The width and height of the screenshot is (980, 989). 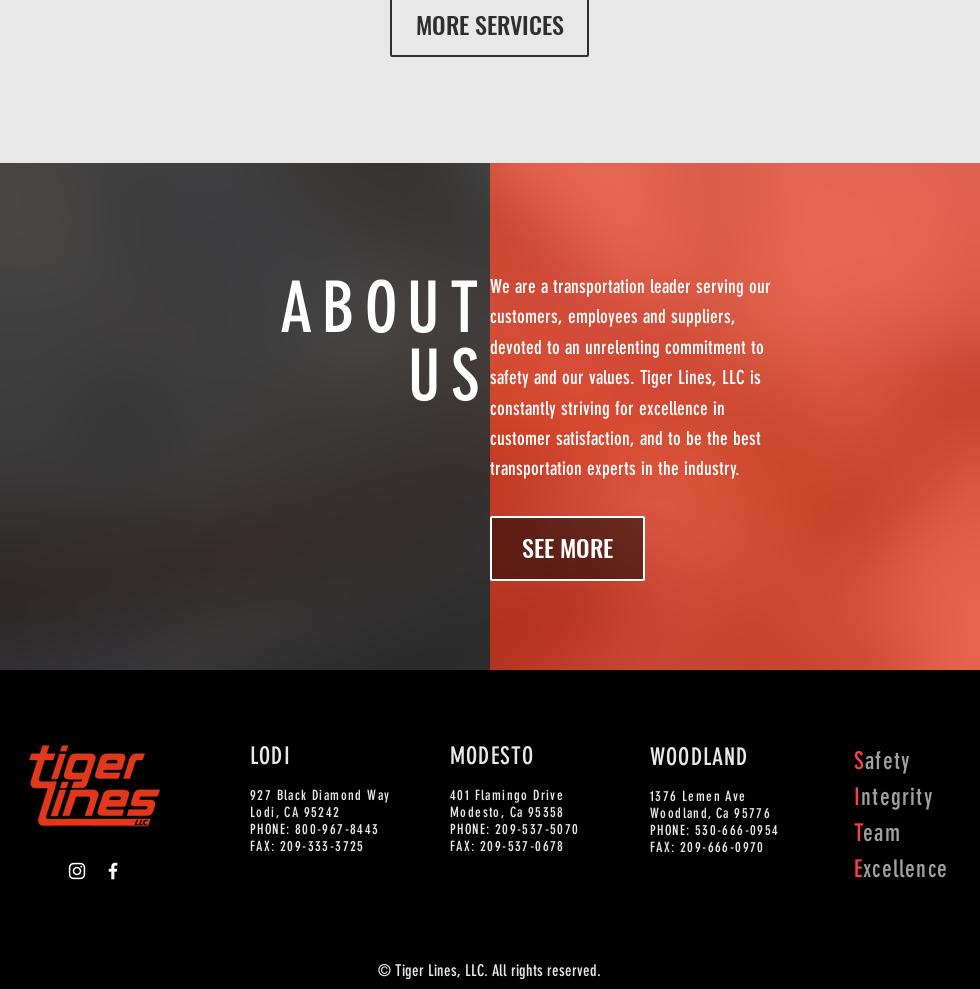 What do you see at coordinates (506, 811) in the screenshot?
I see `'Modesto, Ca 95358'` at bounding box center [506, 811].